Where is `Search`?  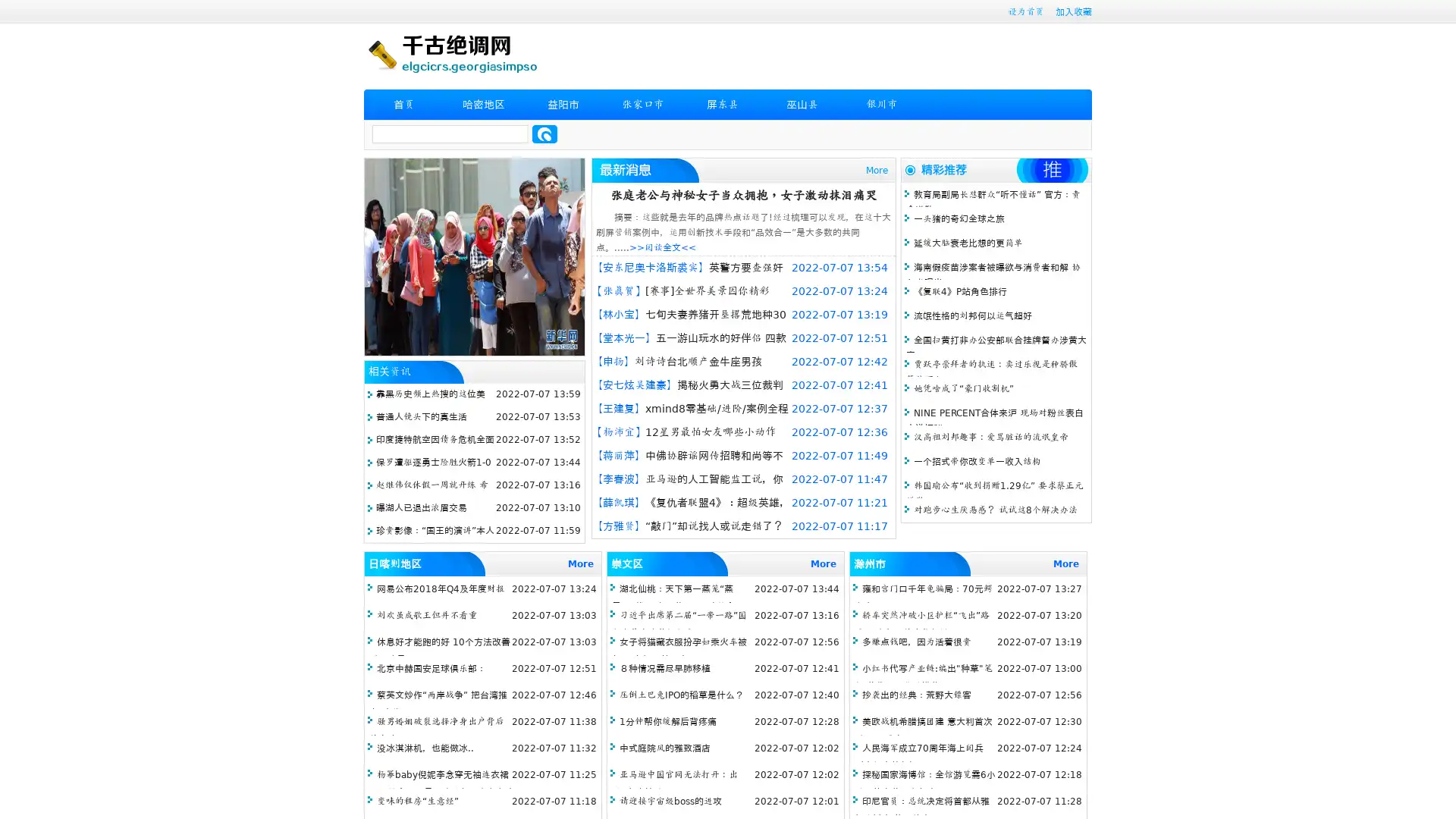
Search is located at coordinates (544, 133).